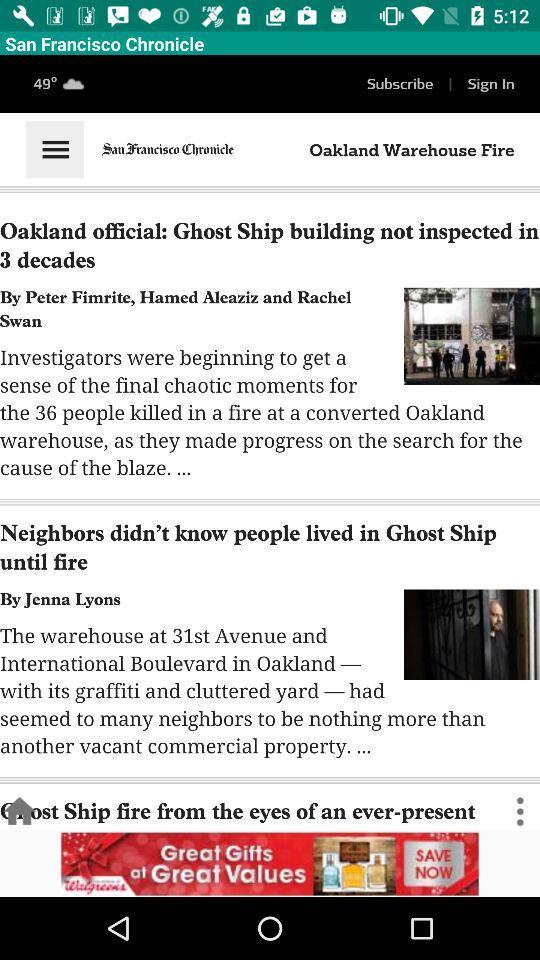 The image size is (540, 960). I want to click on open an advertisements, so click(270, 863).